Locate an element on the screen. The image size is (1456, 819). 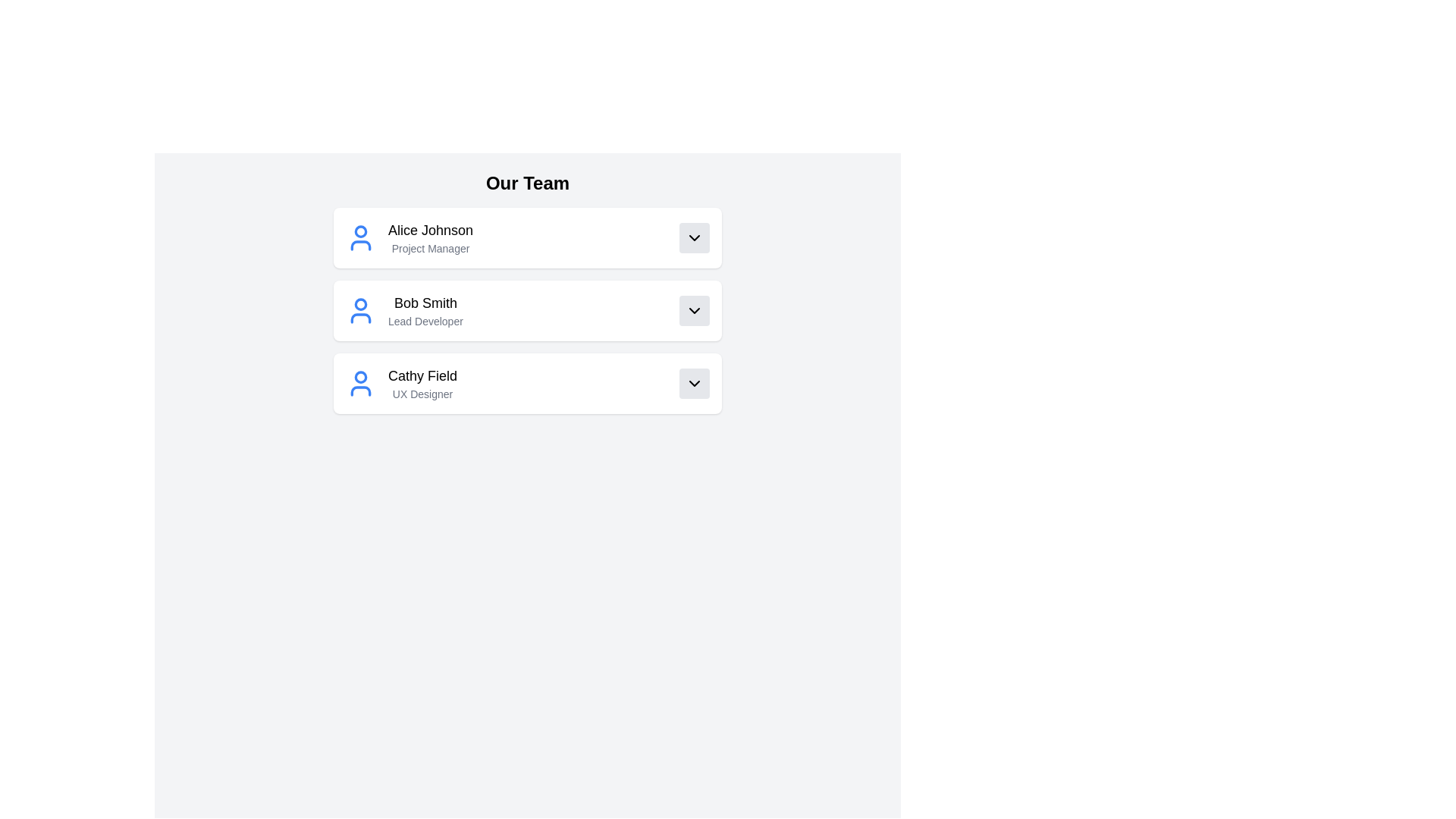
the Information Card displaying 'Alice Johnson', which includes a user avatar icon and the subtitle 'Project Manager', located at the top of the 'Our Team' section is located at coordinates (409, 237).